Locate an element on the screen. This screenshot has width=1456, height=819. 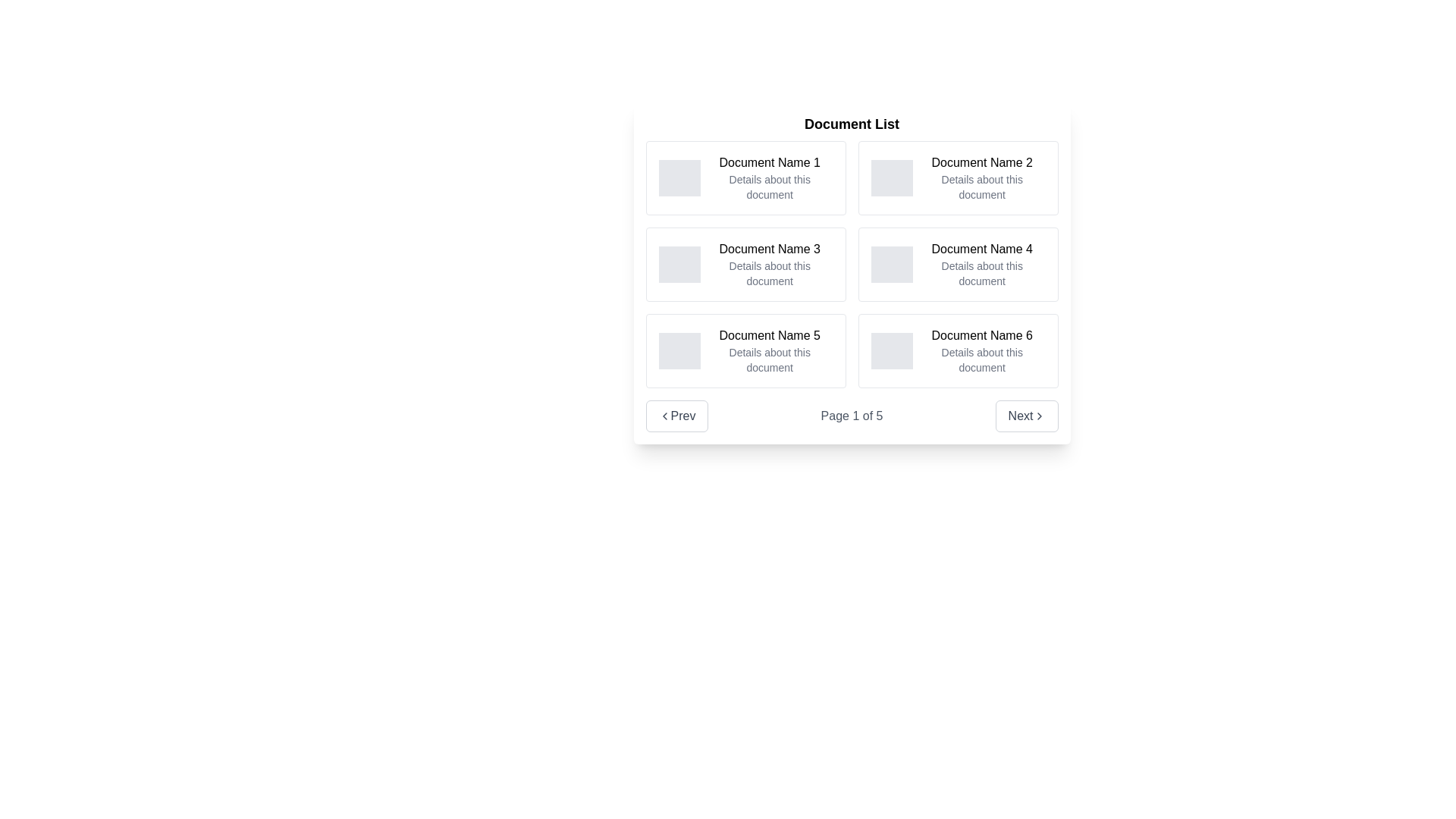
the text label displaying 'Document Name 1' located in the top-left of the grid under 'Document List', which is part of a card component is located at coordinates (770, 163).